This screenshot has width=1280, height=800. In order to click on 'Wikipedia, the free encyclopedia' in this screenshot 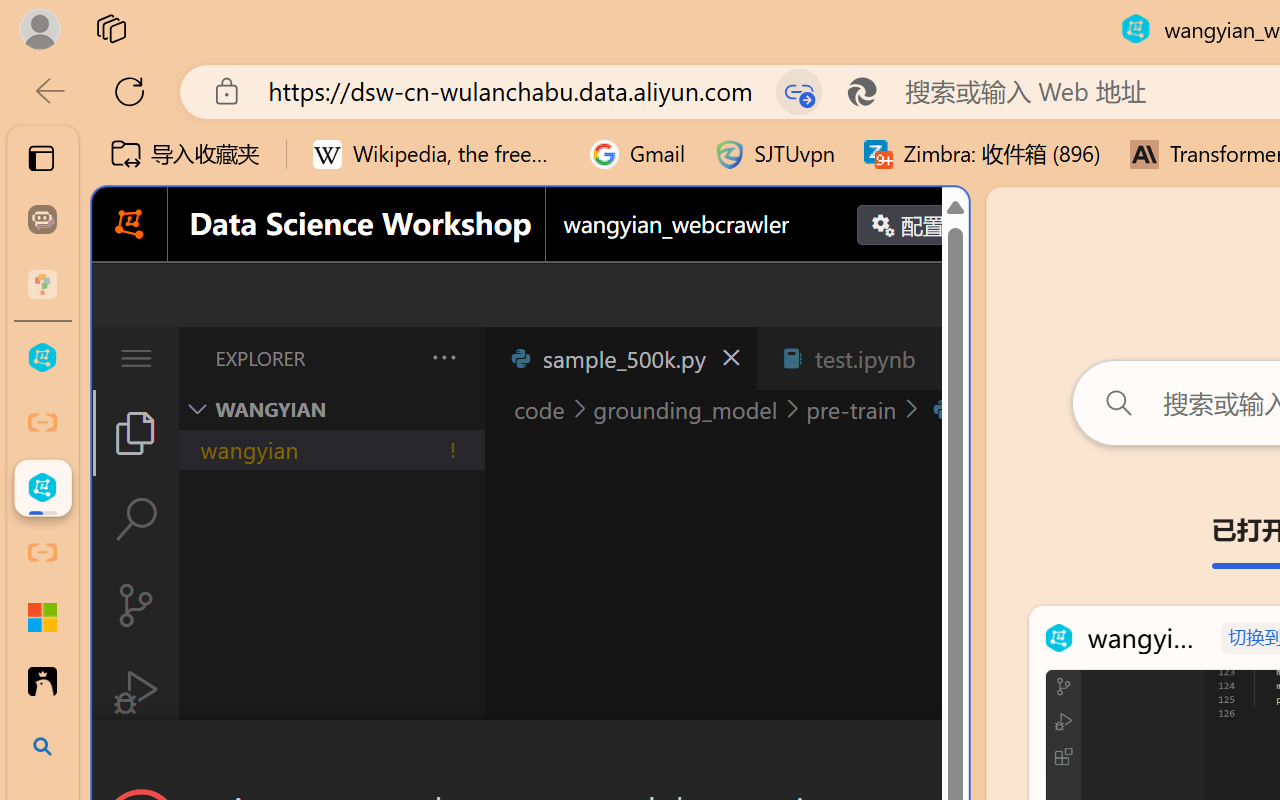, I will do `click(436, 154)`.